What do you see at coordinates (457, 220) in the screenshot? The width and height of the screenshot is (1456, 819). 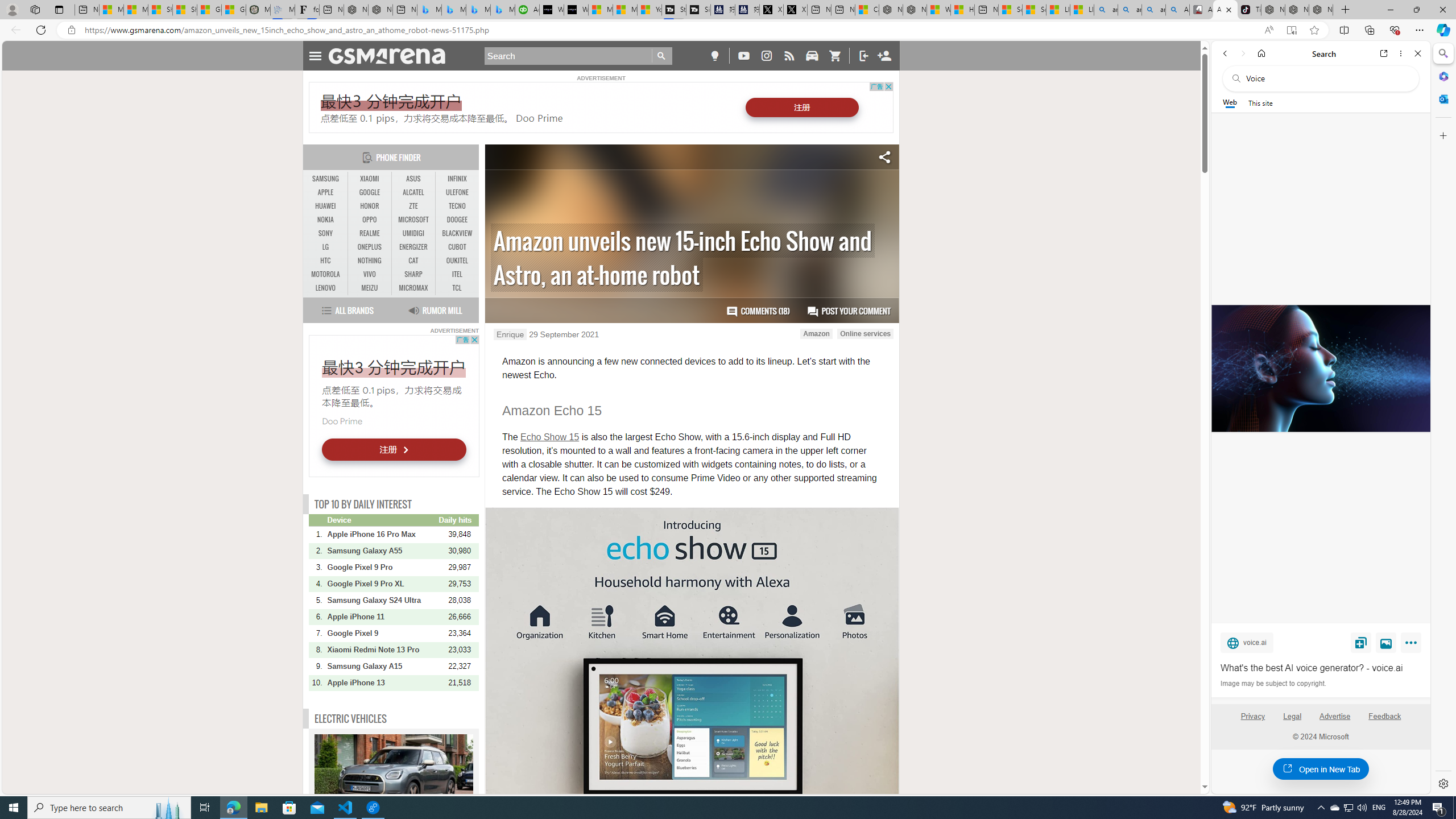 I see `'DOOGEE'` at bounding box center [457, 220].